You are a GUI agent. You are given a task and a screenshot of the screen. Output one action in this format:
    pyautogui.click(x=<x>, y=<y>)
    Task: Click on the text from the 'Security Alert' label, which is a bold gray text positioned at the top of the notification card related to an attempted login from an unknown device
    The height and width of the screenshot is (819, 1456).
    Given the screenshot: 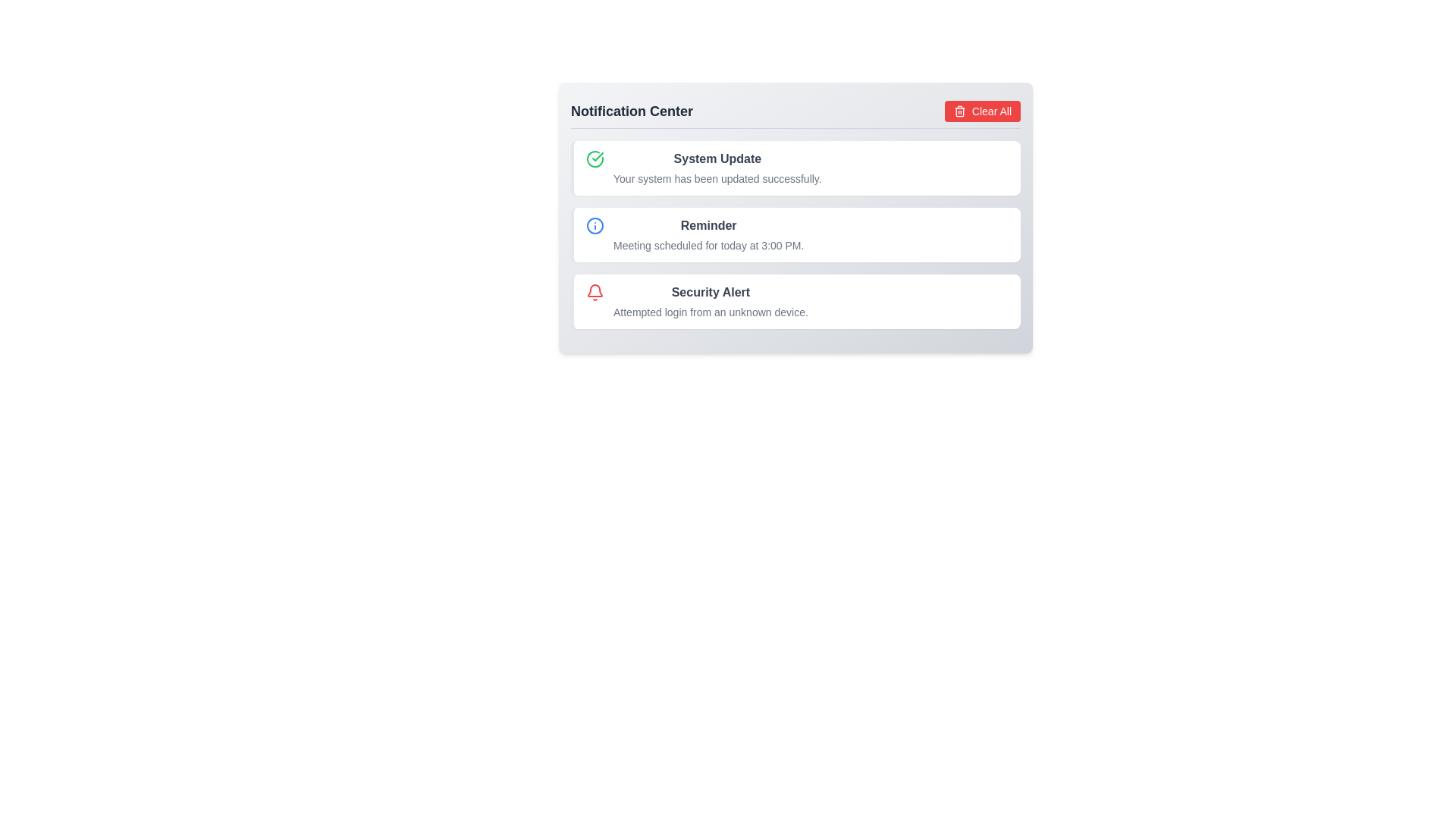 What is the action you would take?
    pyautogui.click(x=710, y=292)
    